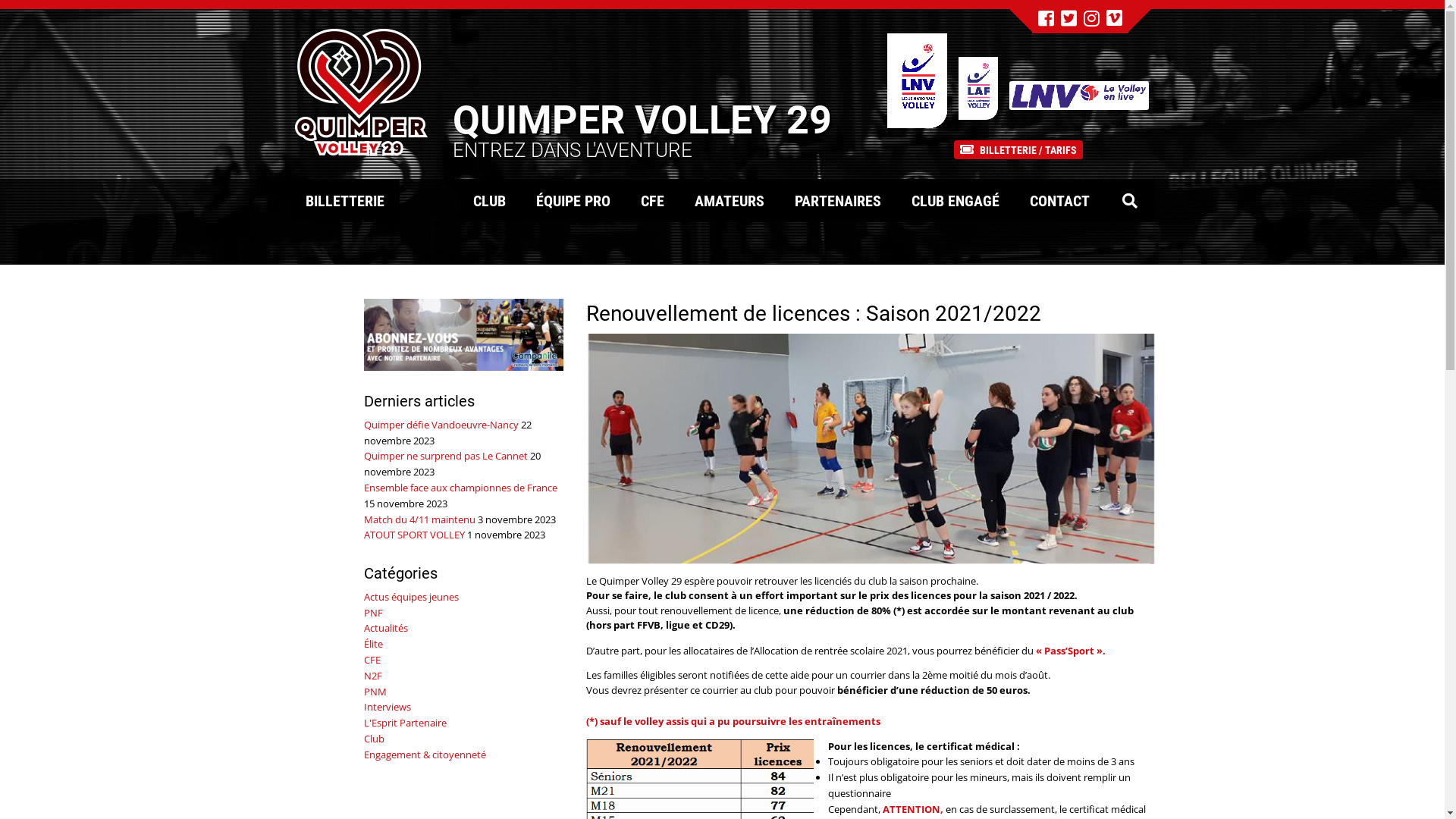 The width and height of the screenshot is (1456, 819). Describe the element at coordinates (364, 455) in the screenshot. I see `'Quimper ne surprend pas Le Cannet'` at that location.